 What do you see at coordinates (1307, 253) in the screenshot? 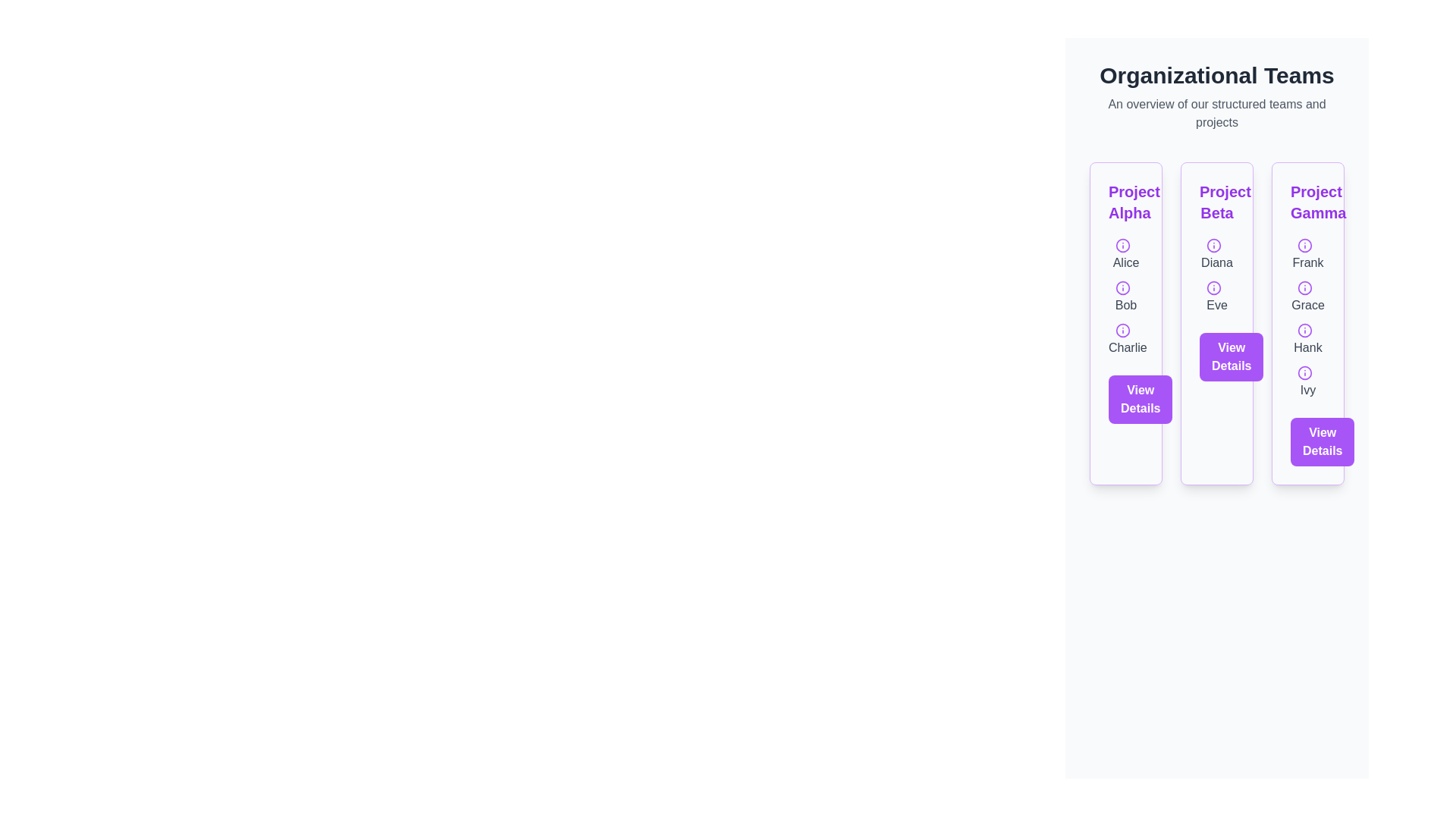
I see `the text label representing the name 'Frank'` at bounding box center [1307, 253].